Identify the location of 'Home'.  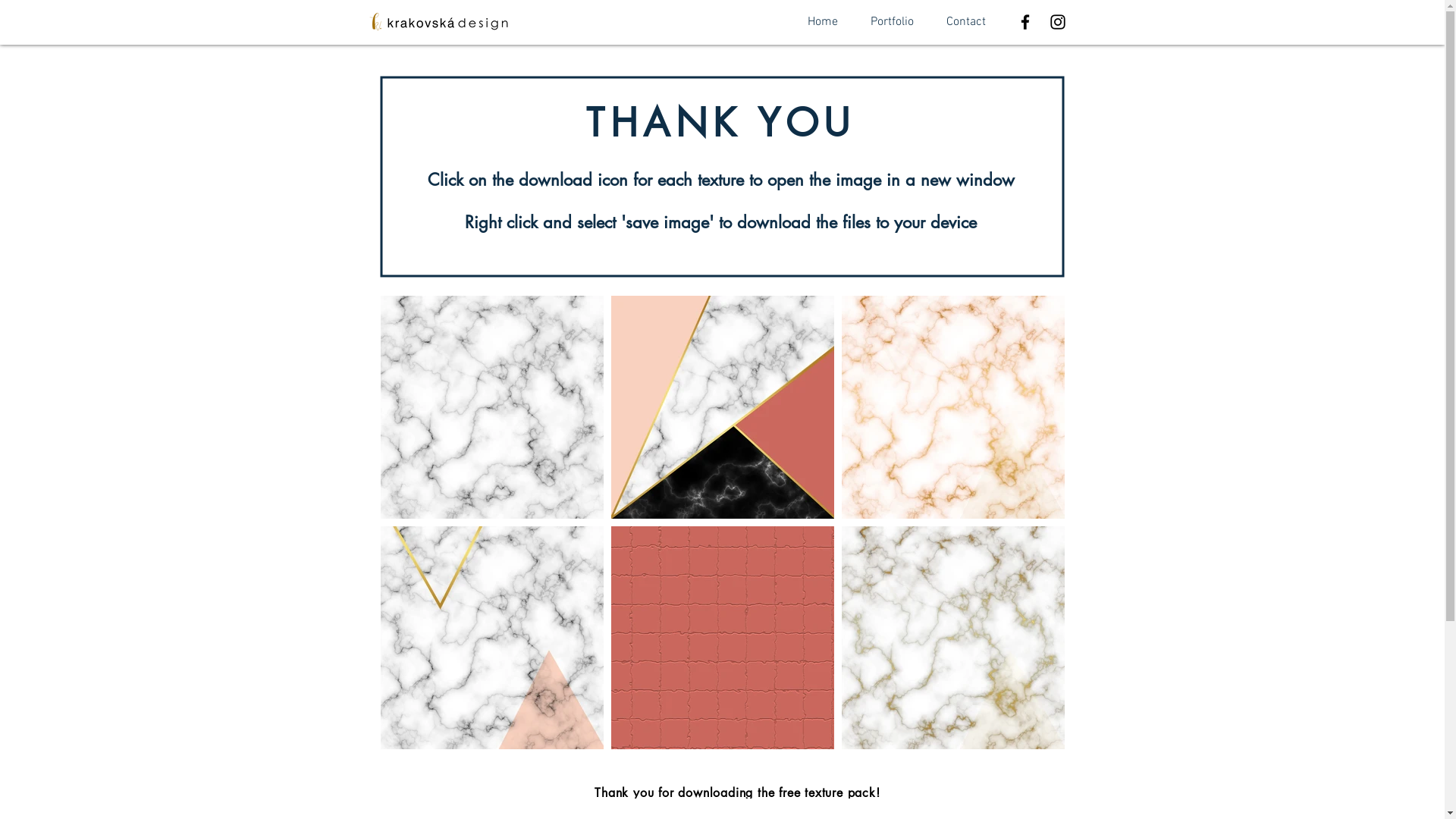
(789, 22).